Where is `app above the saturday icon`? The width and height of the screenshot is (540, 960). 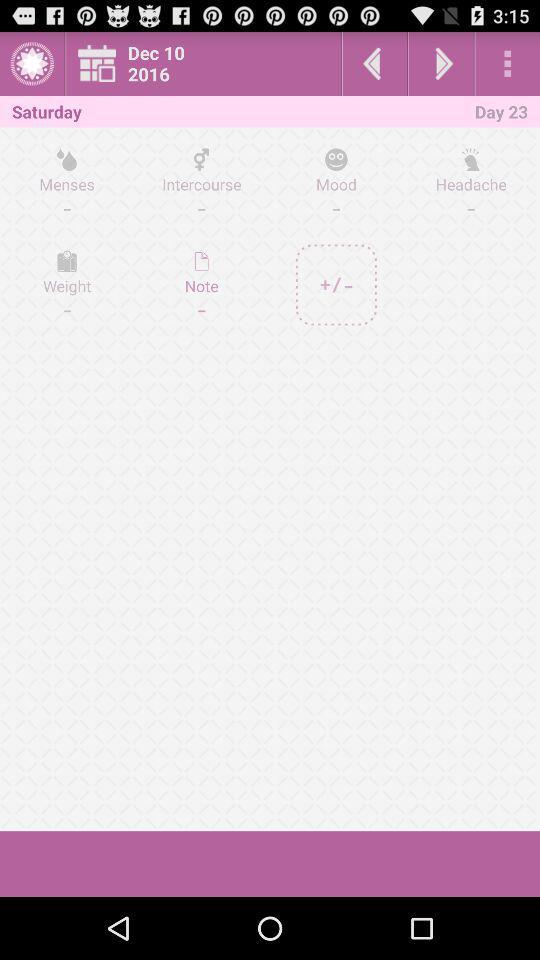 app above the saturday icon is located at coordinates (31, 63).